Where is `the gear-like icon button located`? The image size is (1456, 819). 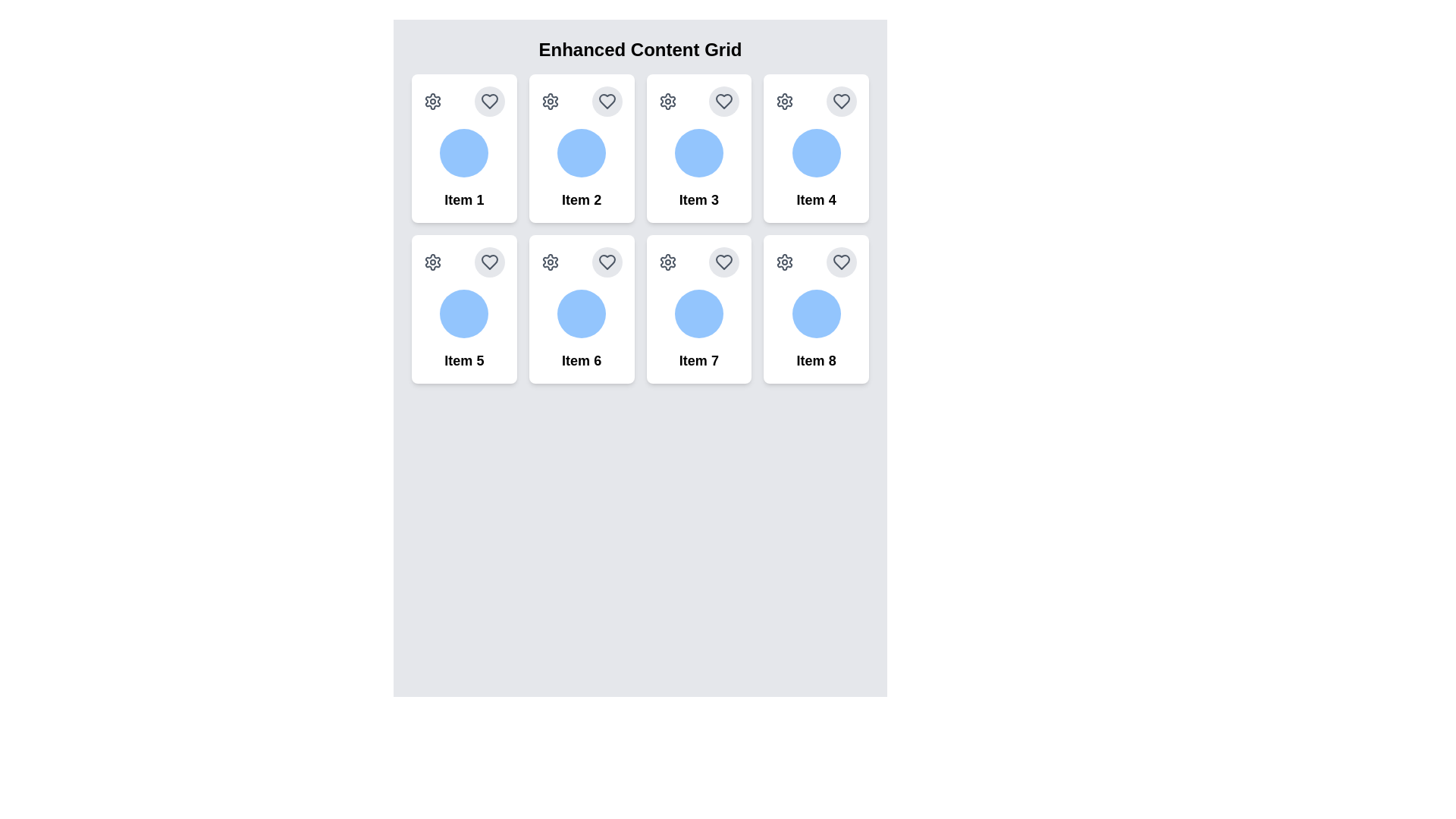
the gear-like icon button located is located at coordinates (785, 262).